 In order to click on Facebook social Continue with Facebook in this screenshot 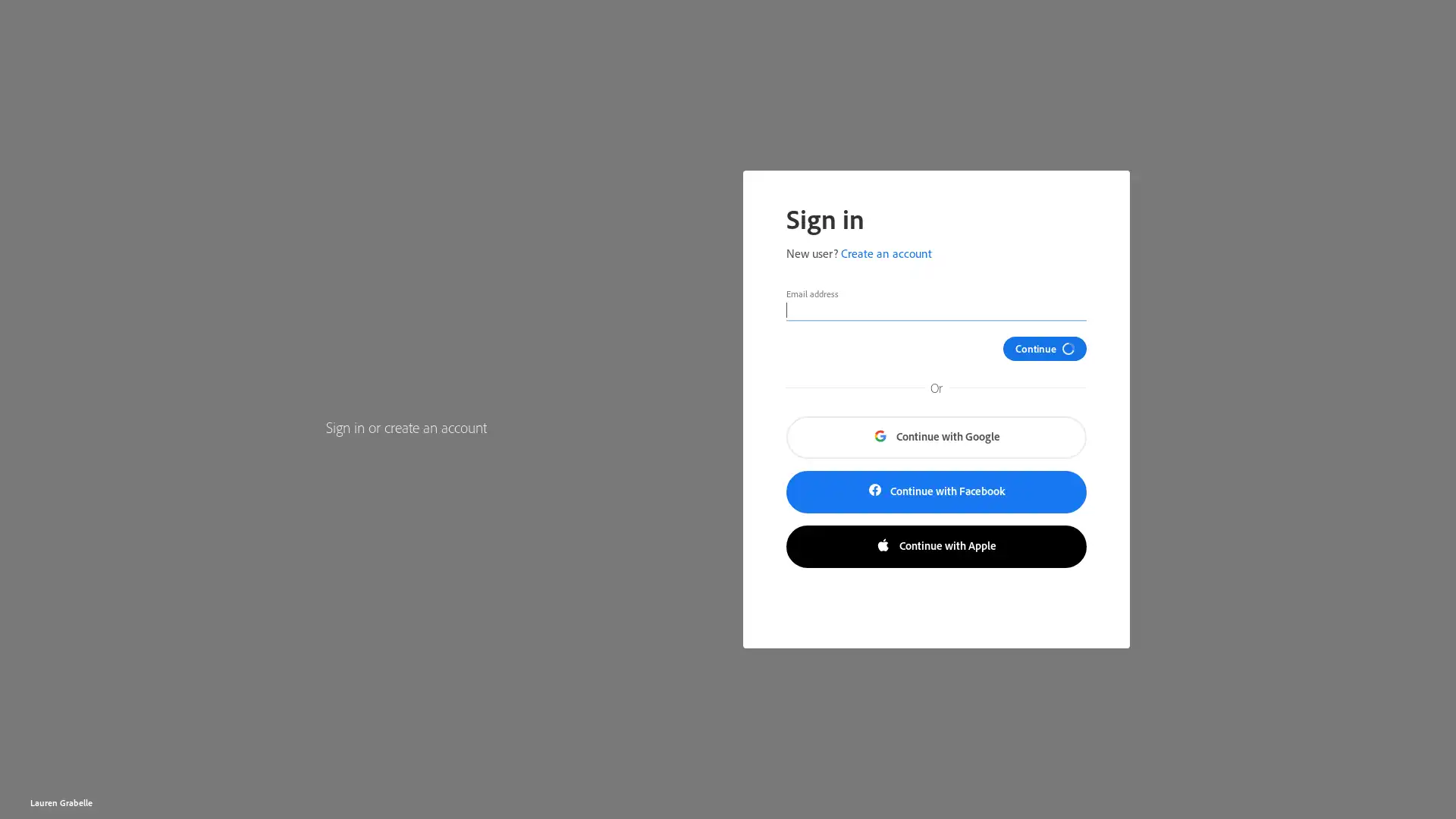, I will do `click(935, 491)`.